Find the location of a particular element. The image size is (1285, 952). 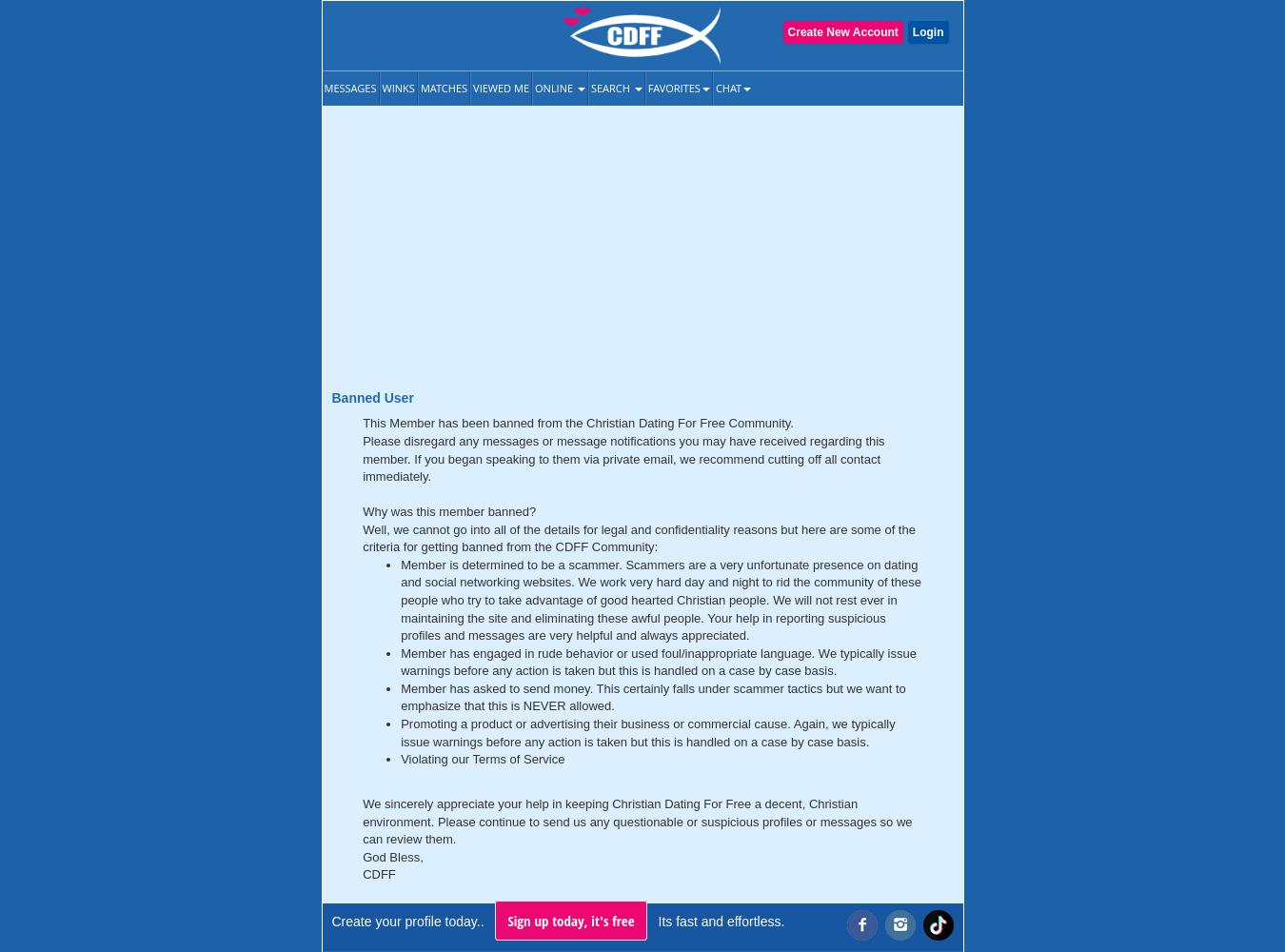

'Promoting a product or advertising their business or commercial cause. Again, we typically issue warnings before any action is taken but this is handled on a case by case basis.' is located at coordinates (401, 732).